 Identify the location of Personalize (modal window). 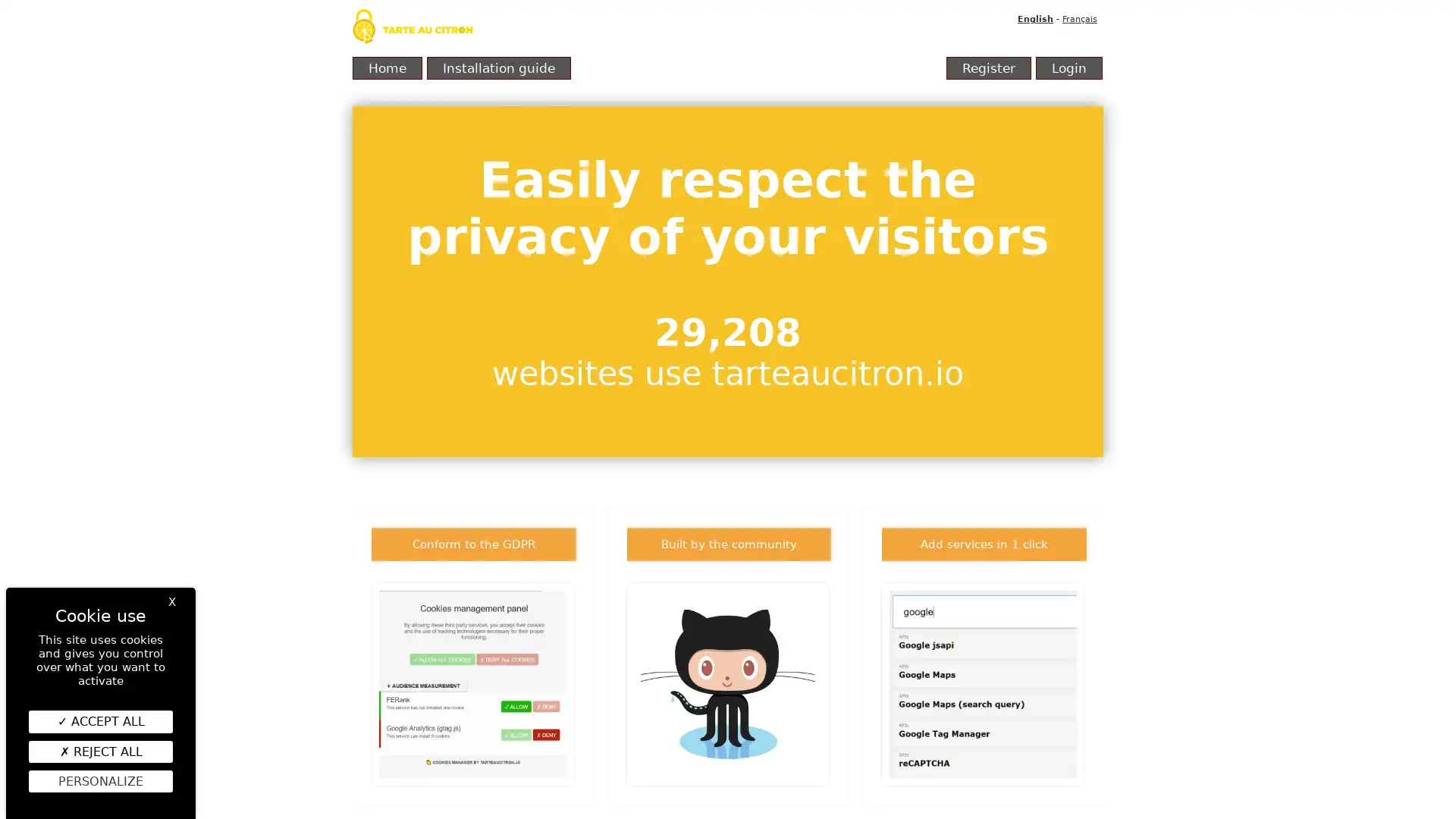
(100, 780).